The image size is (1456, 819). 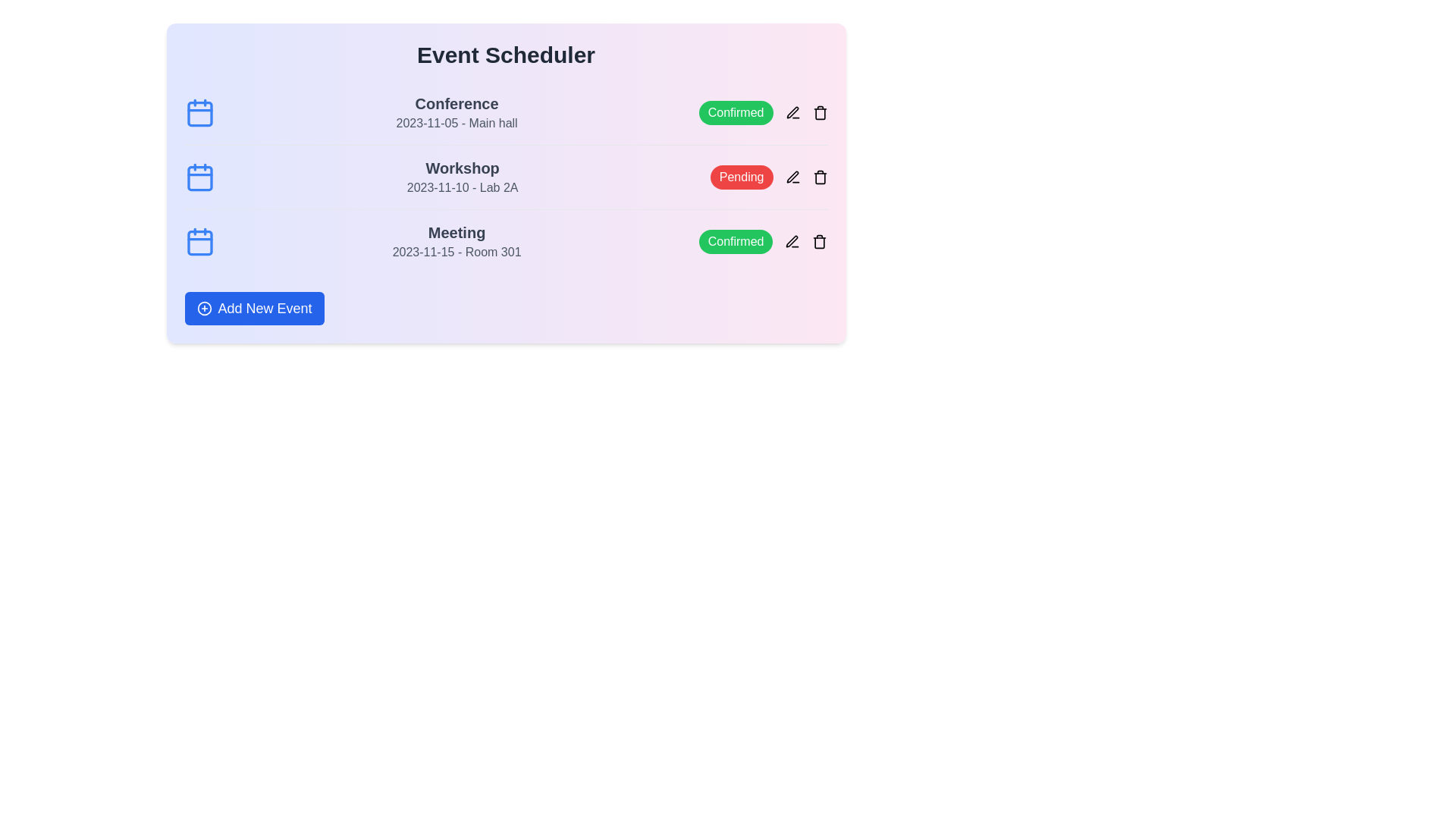 What do you see at coordinates (254, 308) in the screenshot?
I see `the 'Add New Event' button` at bounding box center [254, 308].